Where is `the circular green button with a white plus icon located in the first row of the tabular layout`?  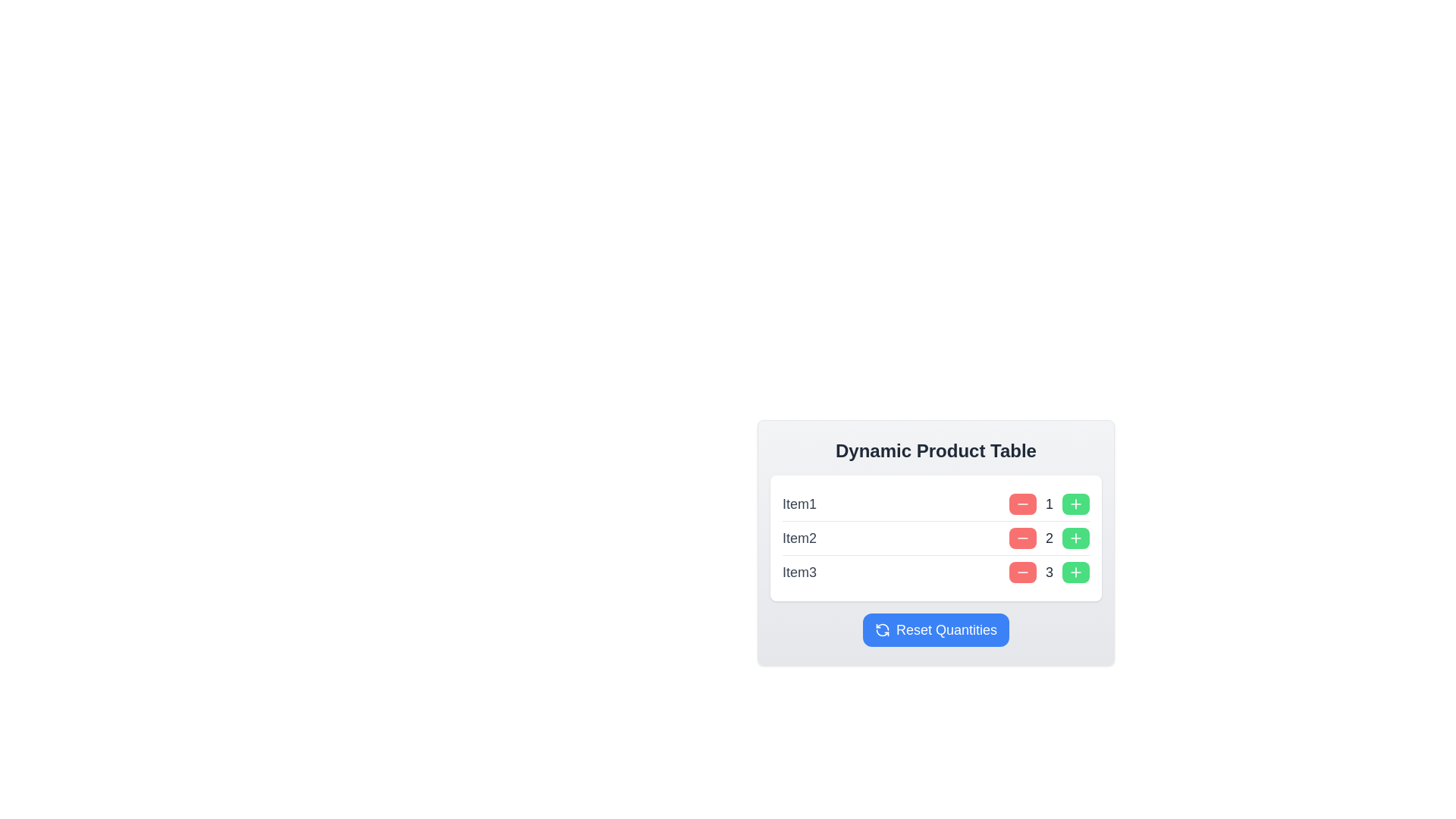
the circular green button with a white plus icon located in the first row of the tabular layout is located at coordinates (1075, 504).